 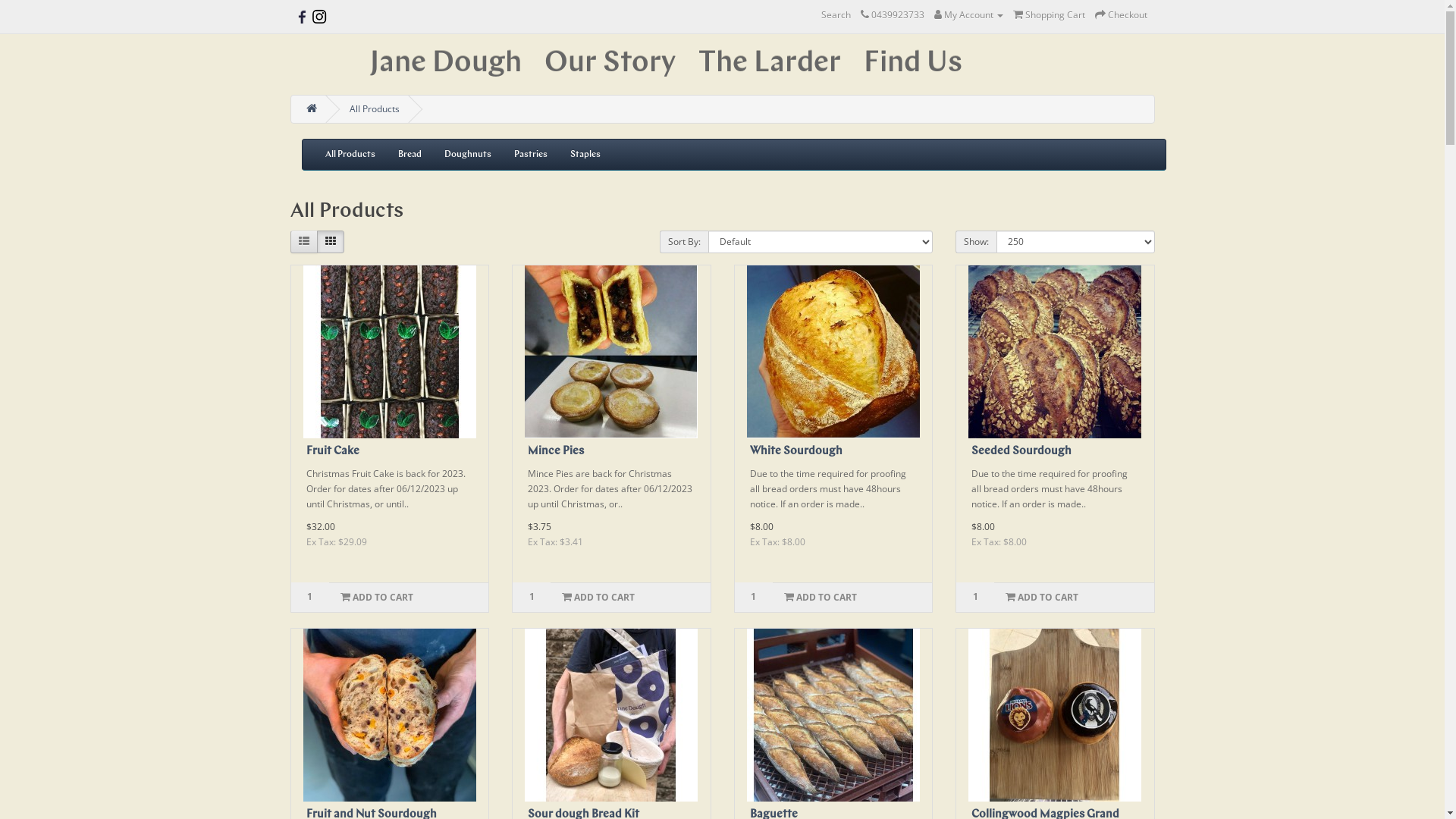 I want to click on 'Doughnuts', so click(x=466, y=155).